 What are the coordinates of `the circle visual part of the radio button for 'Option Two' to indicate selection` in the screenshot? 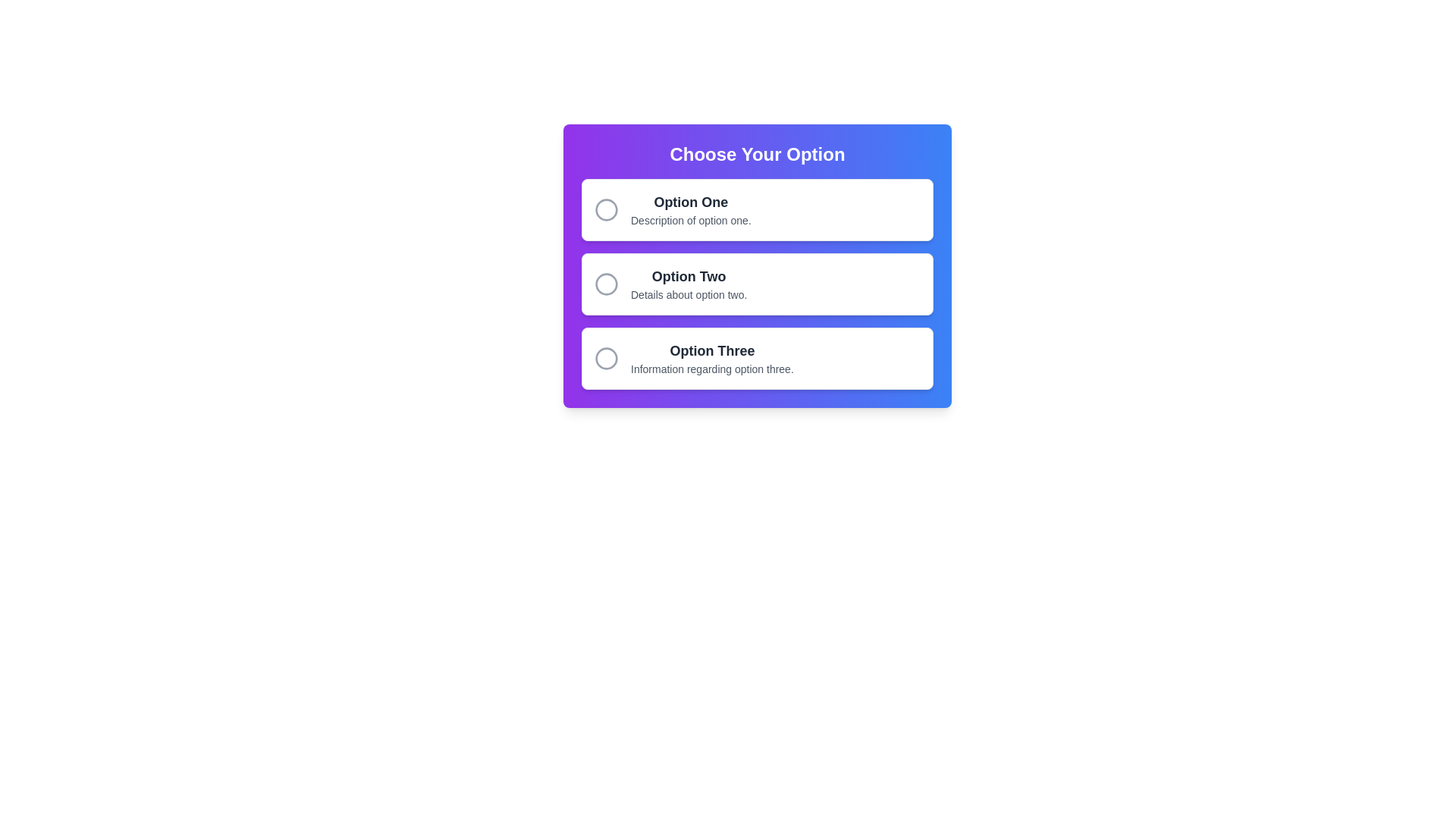 It's located at (607, 284).